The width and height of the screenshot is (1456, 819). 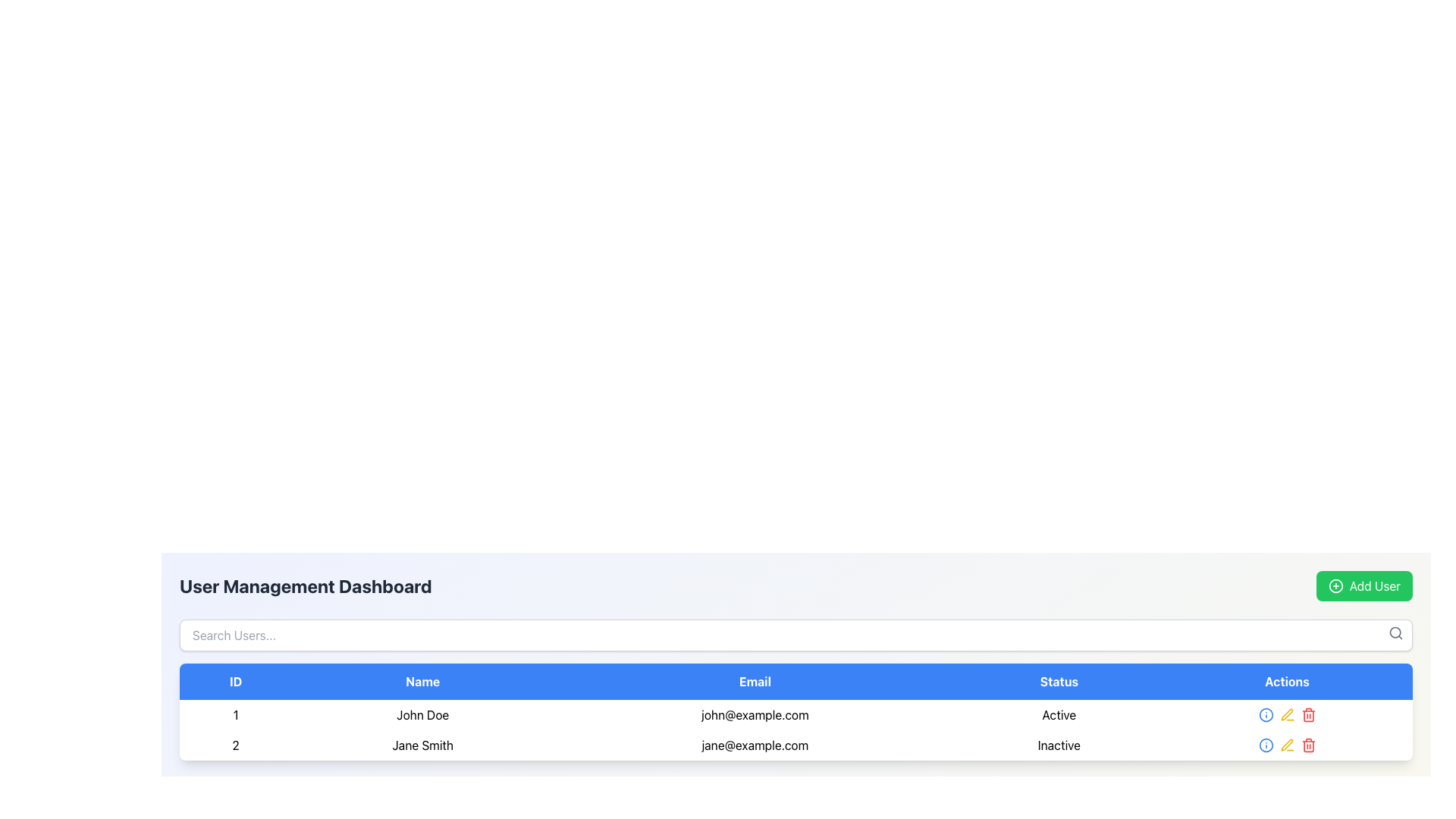 I want to click on the 'Status' static text label, which is styled with white font on a blue background and is located in the fourth column of the header row in the table, so click(x=1058, y=680).